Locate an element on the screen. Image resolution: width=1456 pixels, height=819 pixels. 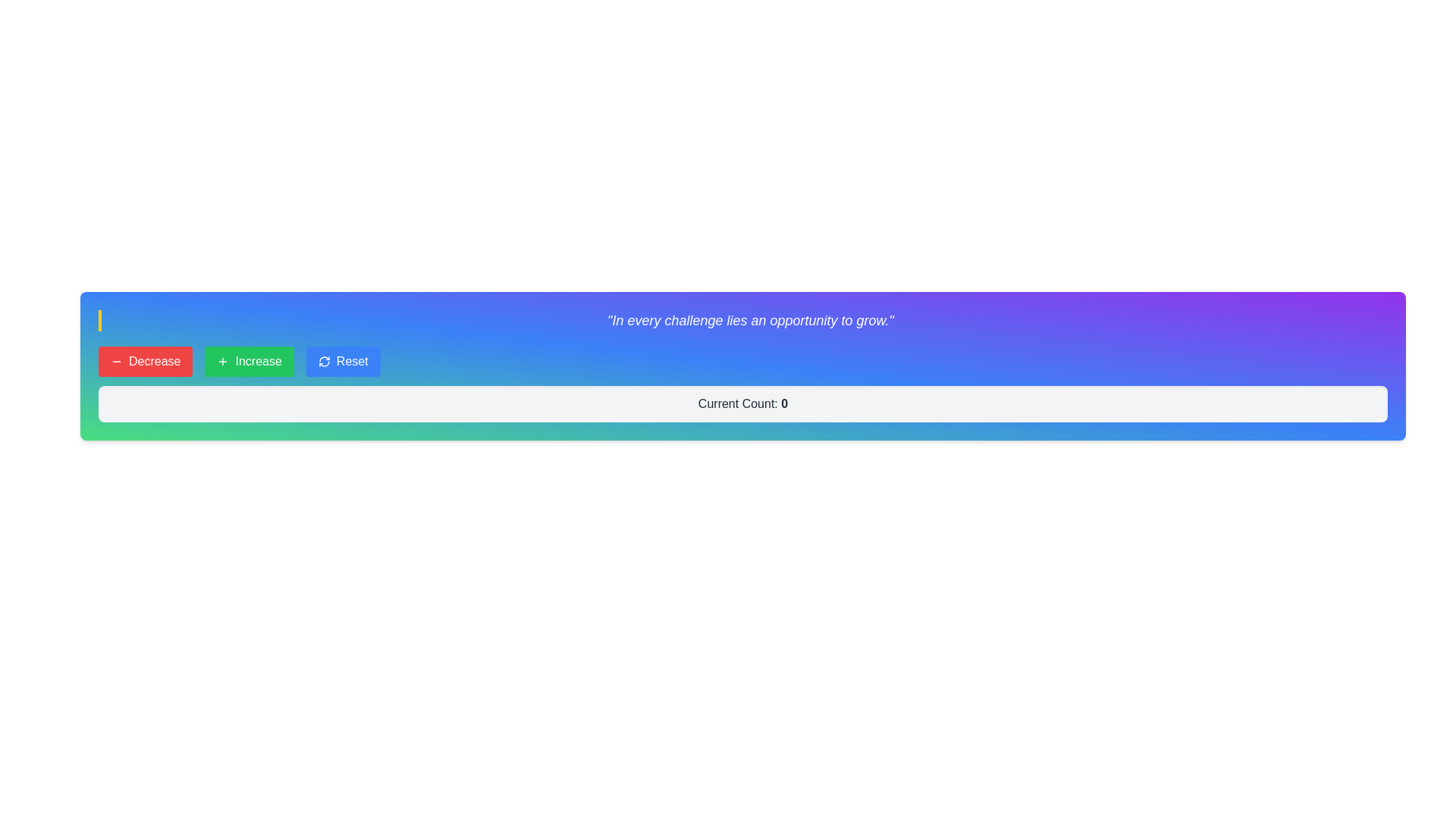
the 'Reset' button, which is a rectangular button with a blue background and white text, located to the right of the 'Increase' button is located at coordinates (342, 362).